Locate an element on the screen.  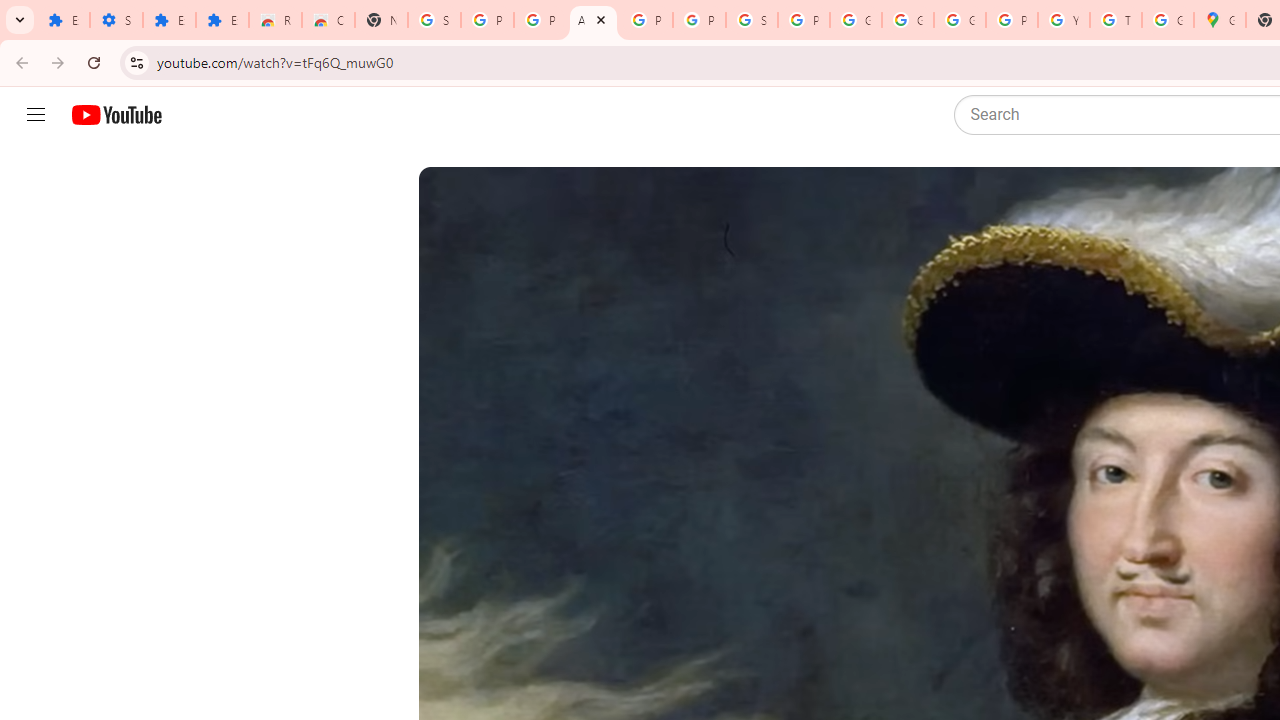
'New Tab' is located at coordinates (381, 20).